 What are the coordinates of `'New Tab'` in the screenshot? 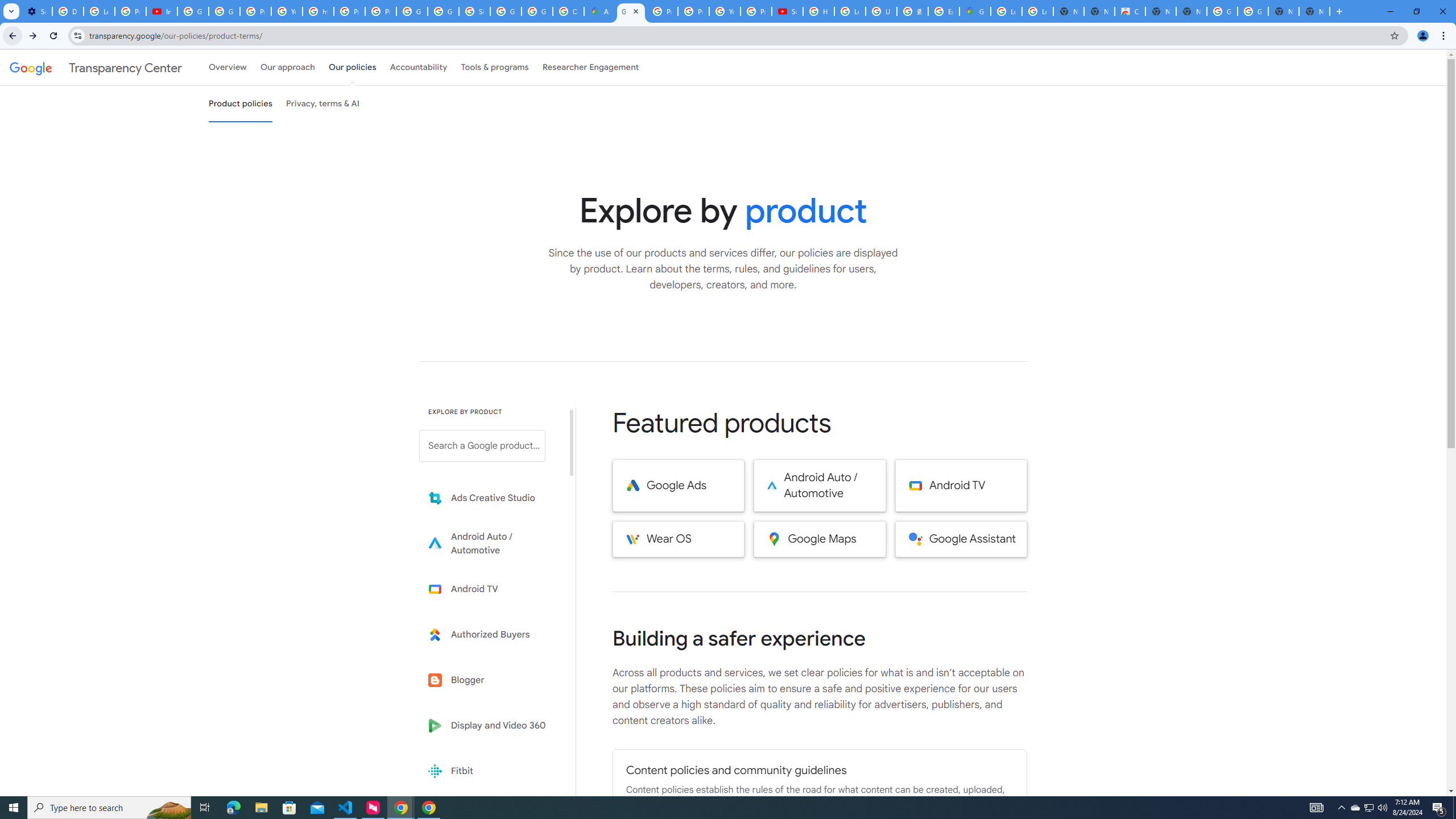 It's located at (1314, 11).